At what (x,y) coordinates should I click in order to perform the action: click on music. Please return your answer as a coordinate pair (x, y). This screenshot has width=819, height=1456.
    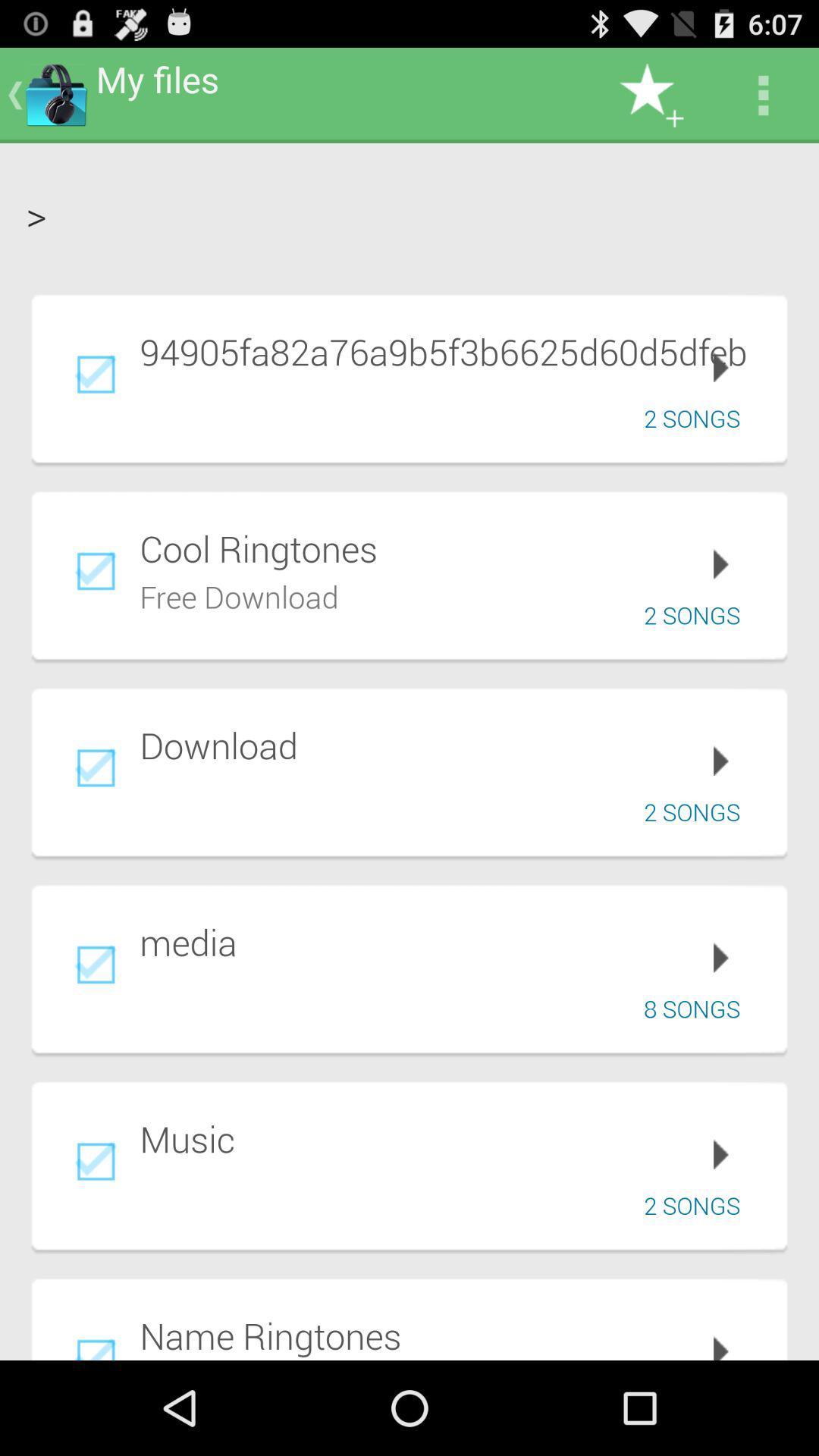
    Looking at the image, I should click on (452, 1138).